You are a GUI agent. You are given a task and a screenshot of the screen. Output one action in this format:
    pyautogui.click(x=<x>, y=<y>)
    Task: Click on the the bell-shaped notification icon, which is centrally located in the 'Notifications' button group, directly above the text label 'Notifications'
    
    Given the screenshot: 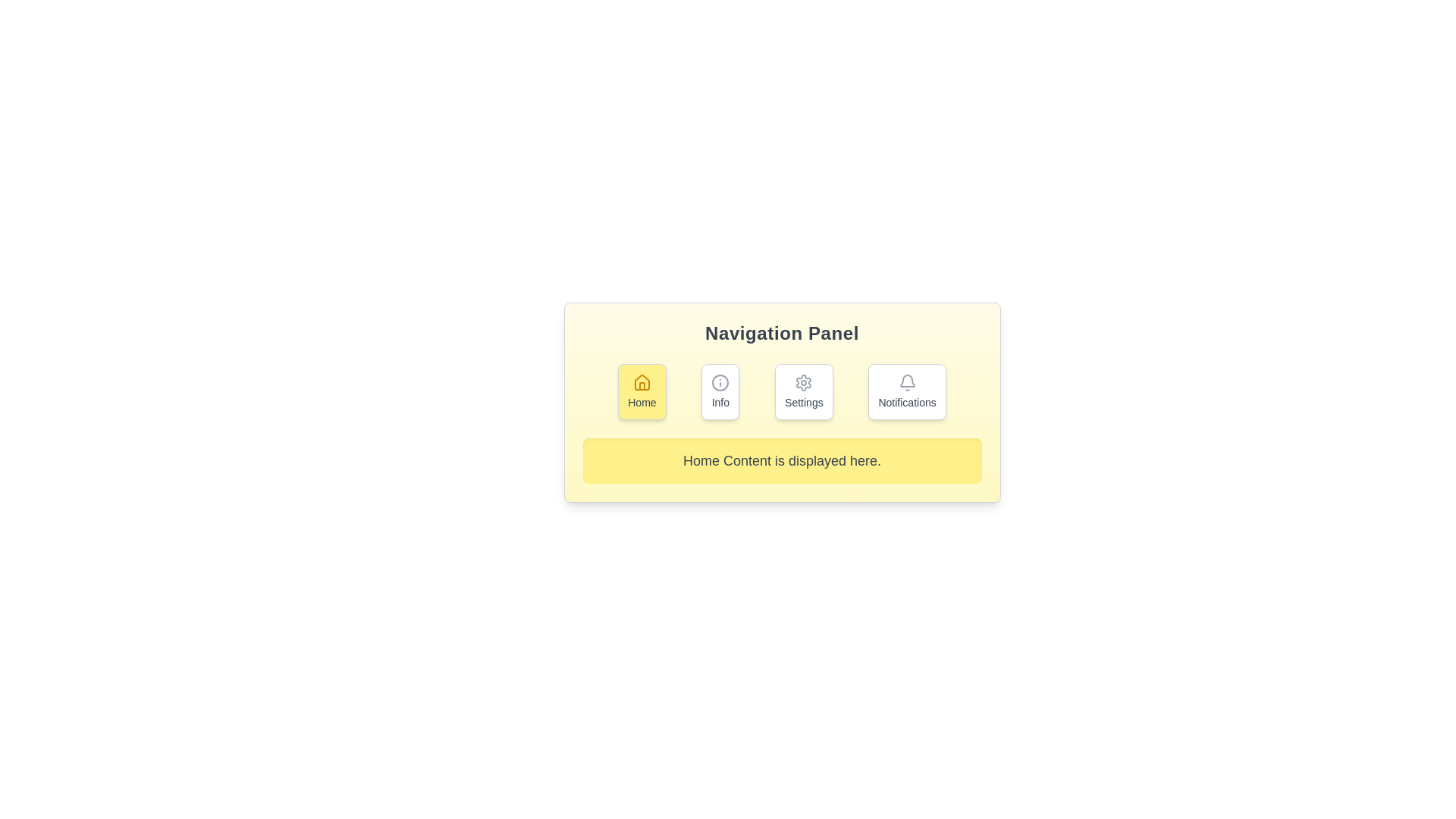 What is the action you would take?
    pyautogui.click(x=907, y=382)
    